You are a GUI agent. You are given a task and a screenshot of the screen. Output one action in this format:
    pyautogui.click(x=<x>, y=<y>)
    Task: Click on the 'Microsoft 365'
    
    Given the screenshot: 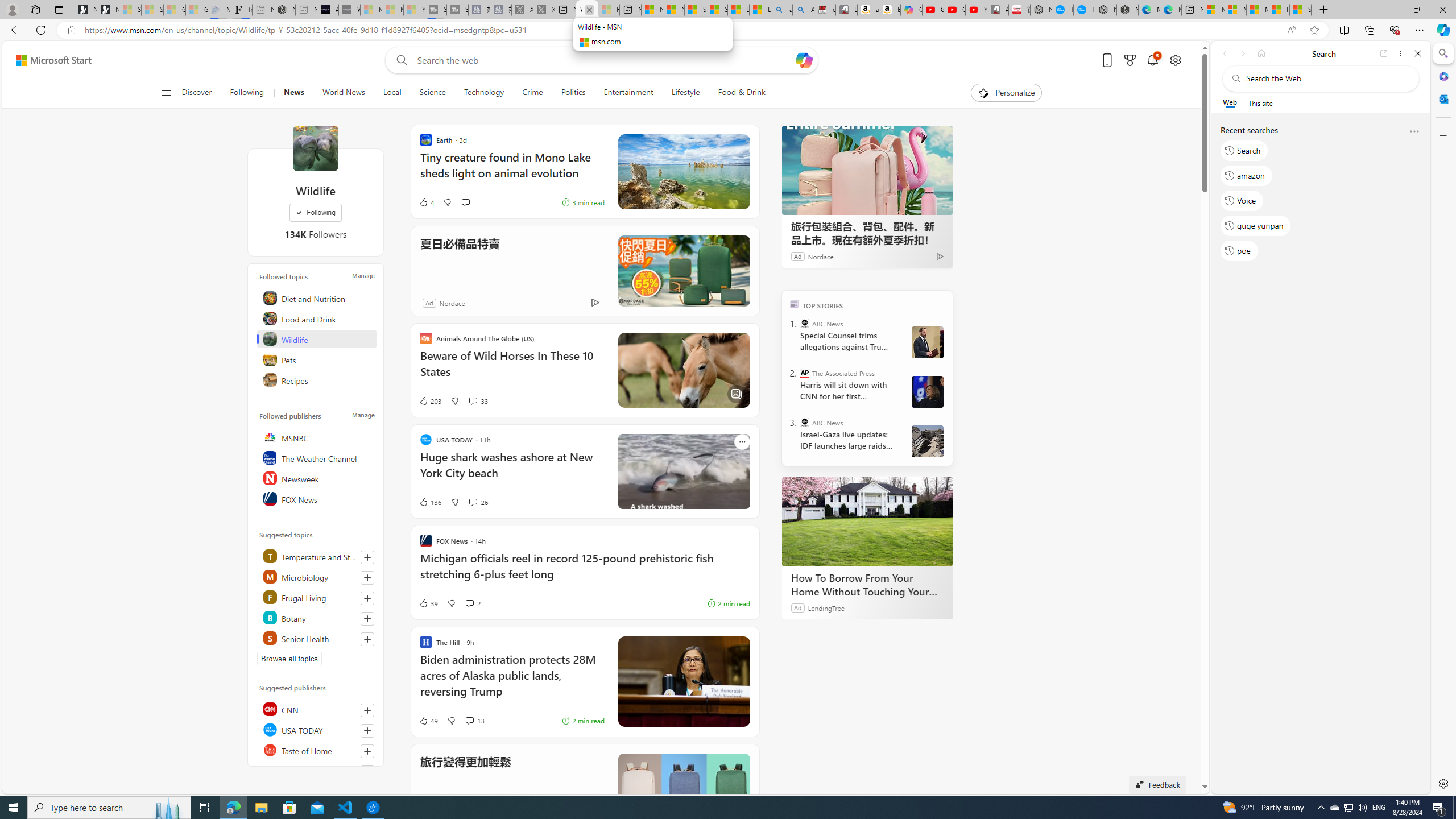 What is the action you would take?
    pyautogui.click(x=1442, y=76)
    